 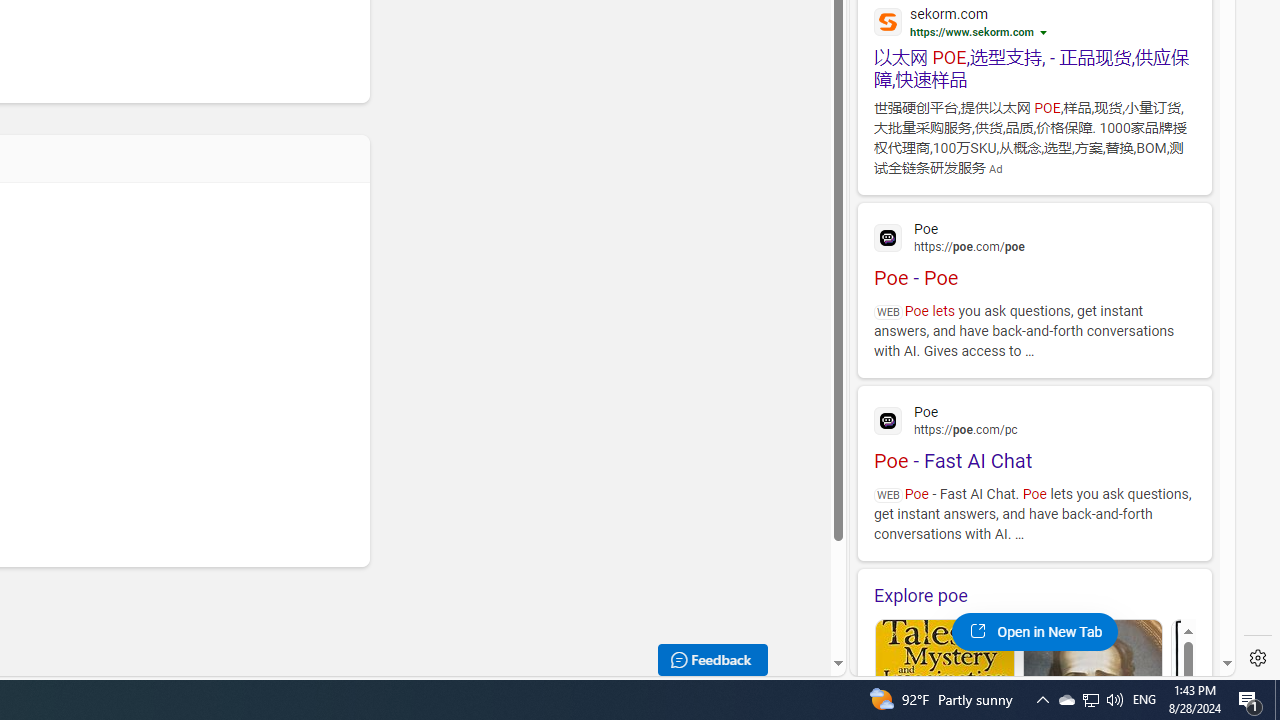 I want to click on 'Poe - Poe', so click(x=1034, y=251).